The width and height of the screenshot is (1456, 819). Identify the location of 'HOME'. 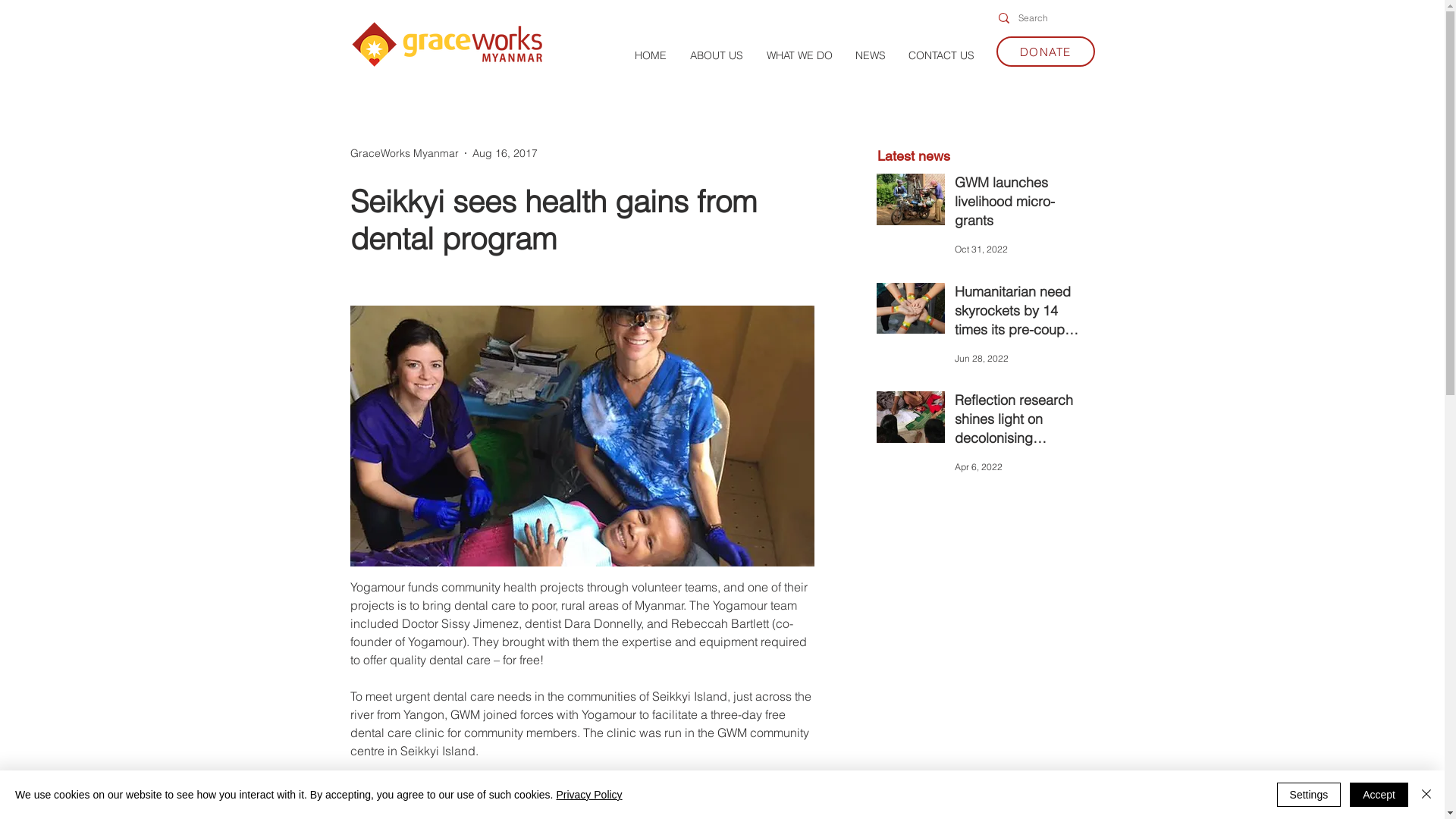
(651, 55).